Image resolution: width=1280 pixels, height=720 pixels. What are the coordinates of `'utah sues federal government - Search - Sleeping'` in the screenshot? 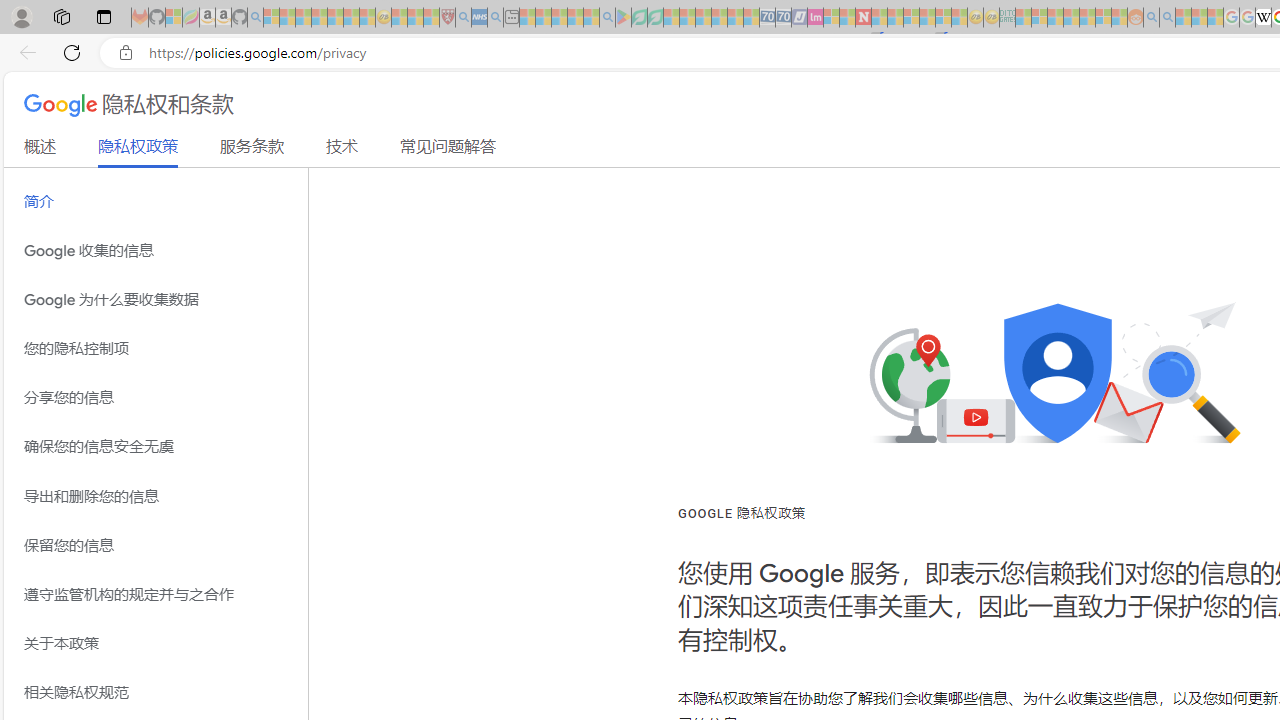 It's located at (495, 17).